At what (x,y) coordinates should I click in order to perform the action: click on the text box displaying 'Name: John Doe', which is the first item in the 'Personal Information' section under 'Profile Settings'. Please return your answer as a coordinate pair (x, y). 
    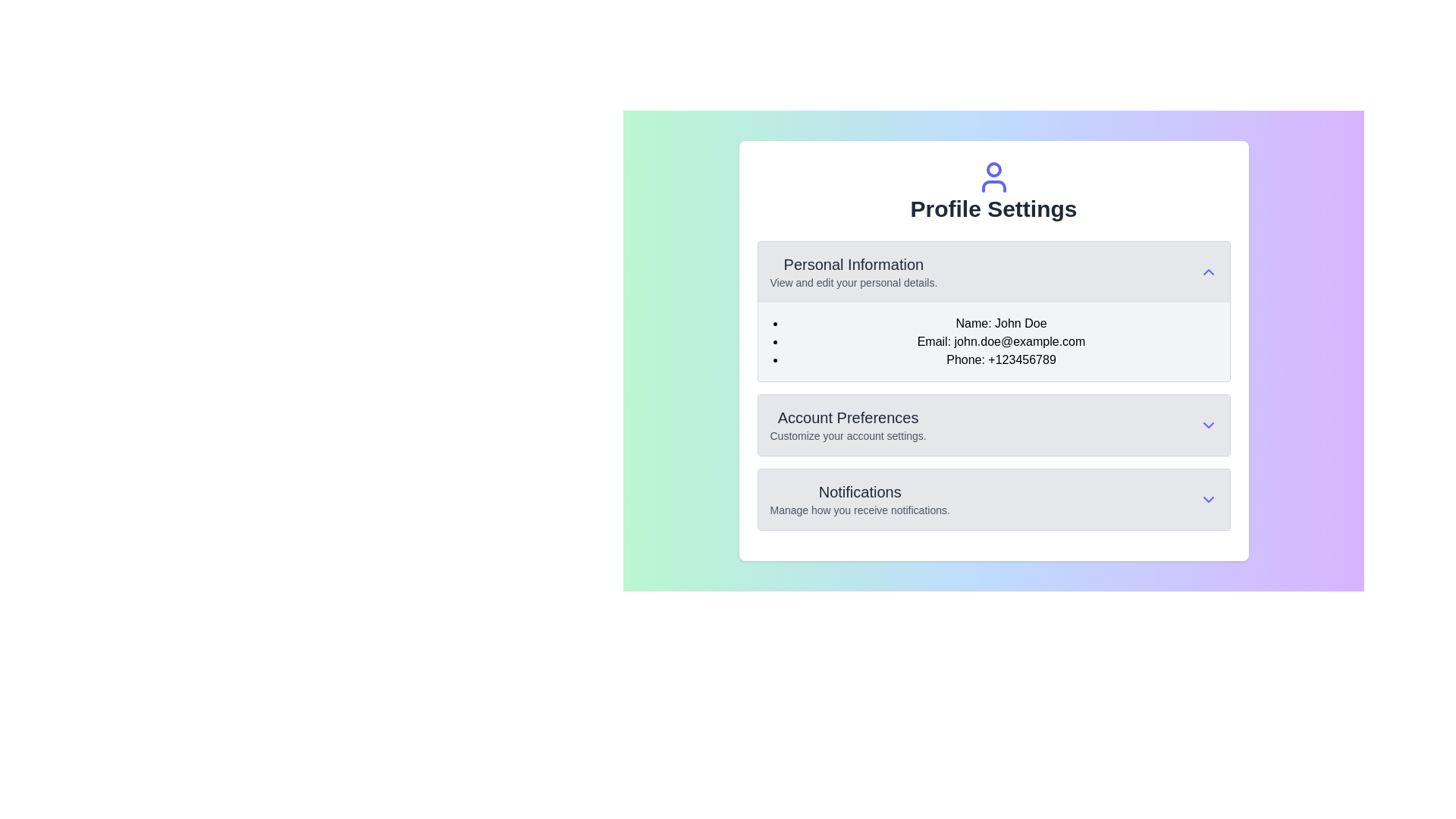
    Looking at the image, I should click on (1001, 323).